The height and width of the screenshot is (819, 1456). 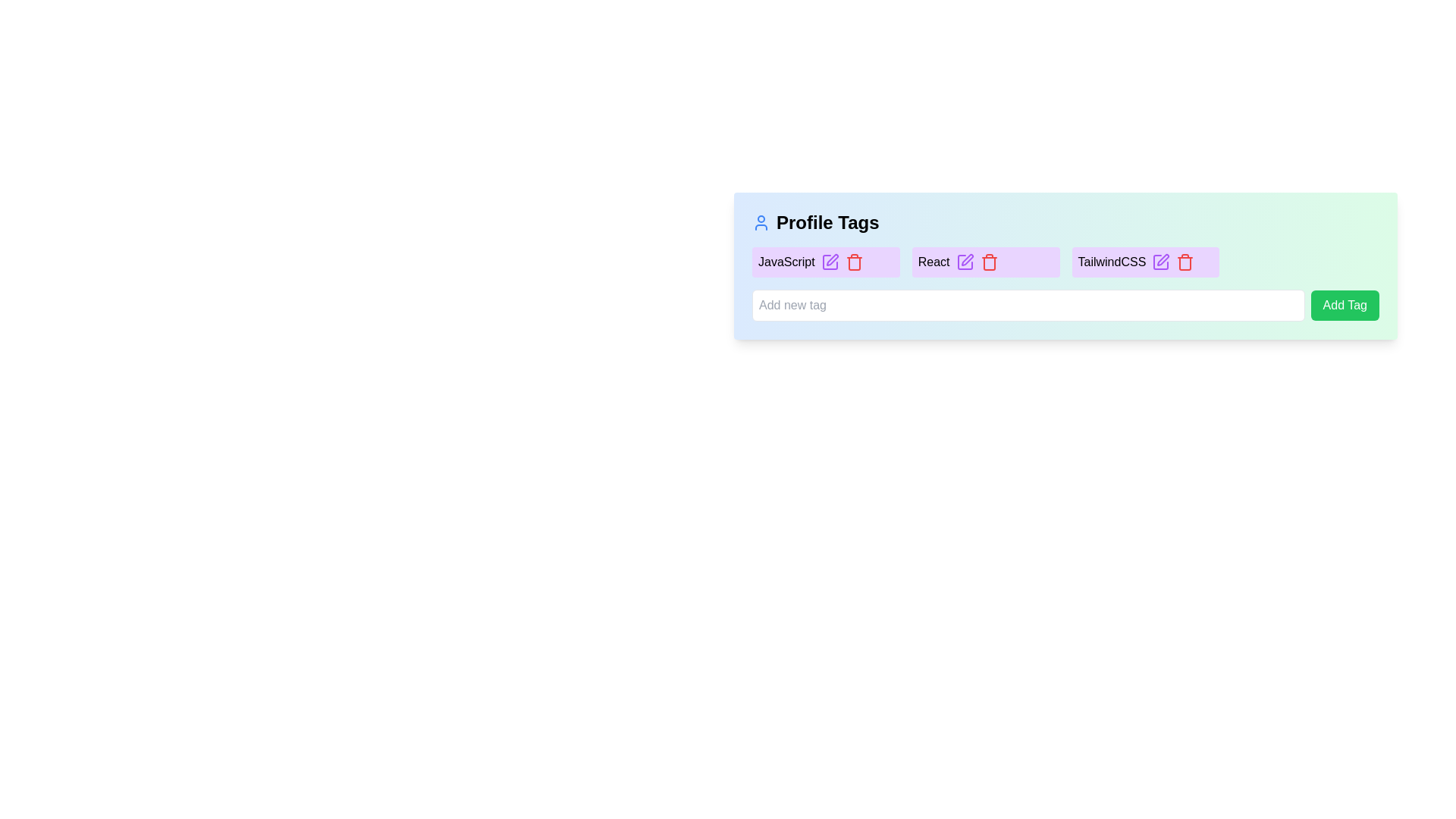 I want to click on the 'JavaScript' text label displayed within a purple rectangular area with rounded corners, positioned at the leftmost section of a row of similar elements under the header 'Profile Tags', so click(x=786, y=262).